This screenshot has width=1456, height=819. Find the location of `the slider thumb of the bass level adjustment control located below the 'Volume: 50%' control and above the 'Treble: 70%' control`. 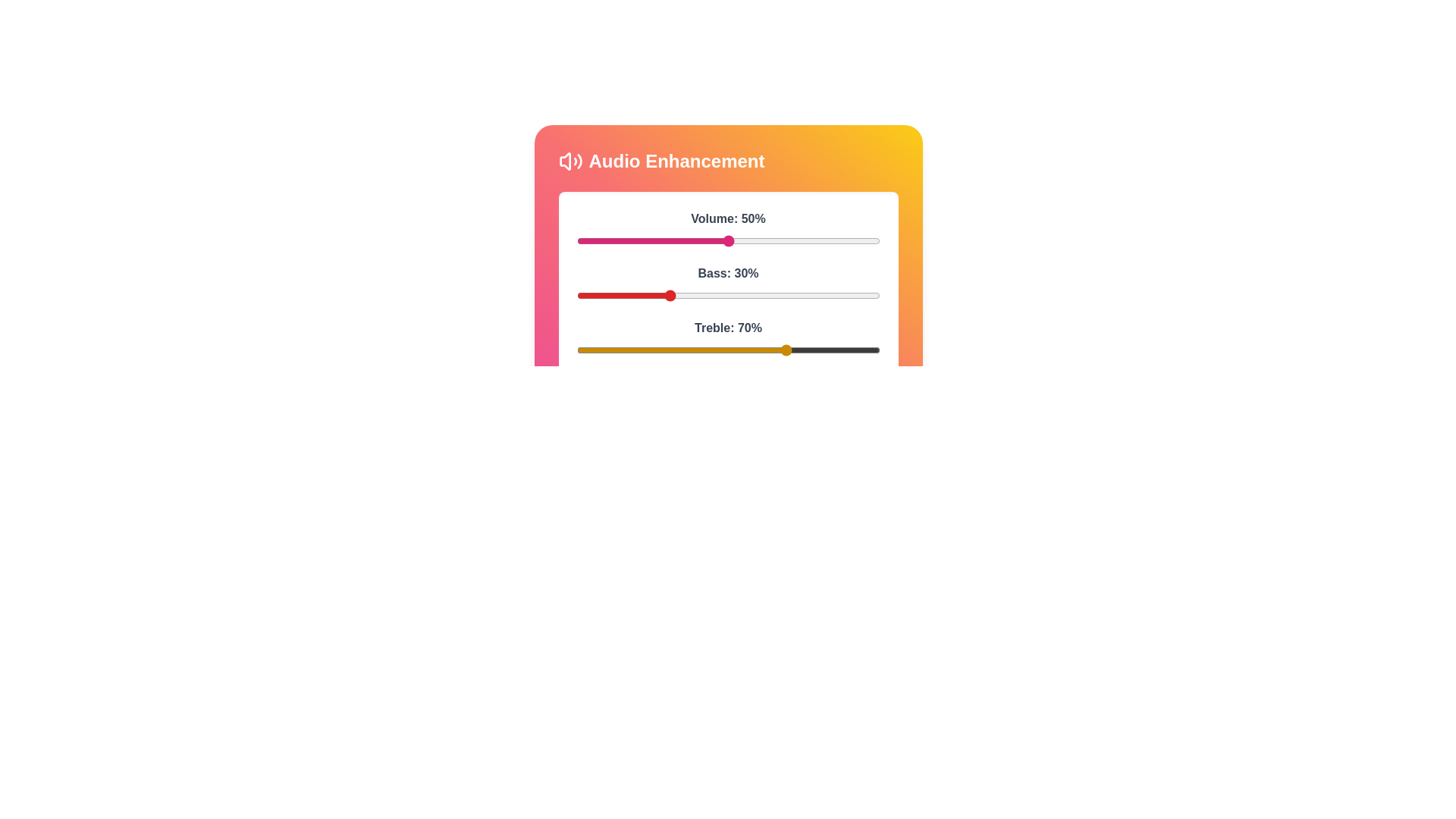

the slider thumb of the bass level adjustment control located below the 'Volume: 50%' control and above the 'Treble: 70%' control is located at coordinates (728, 286).